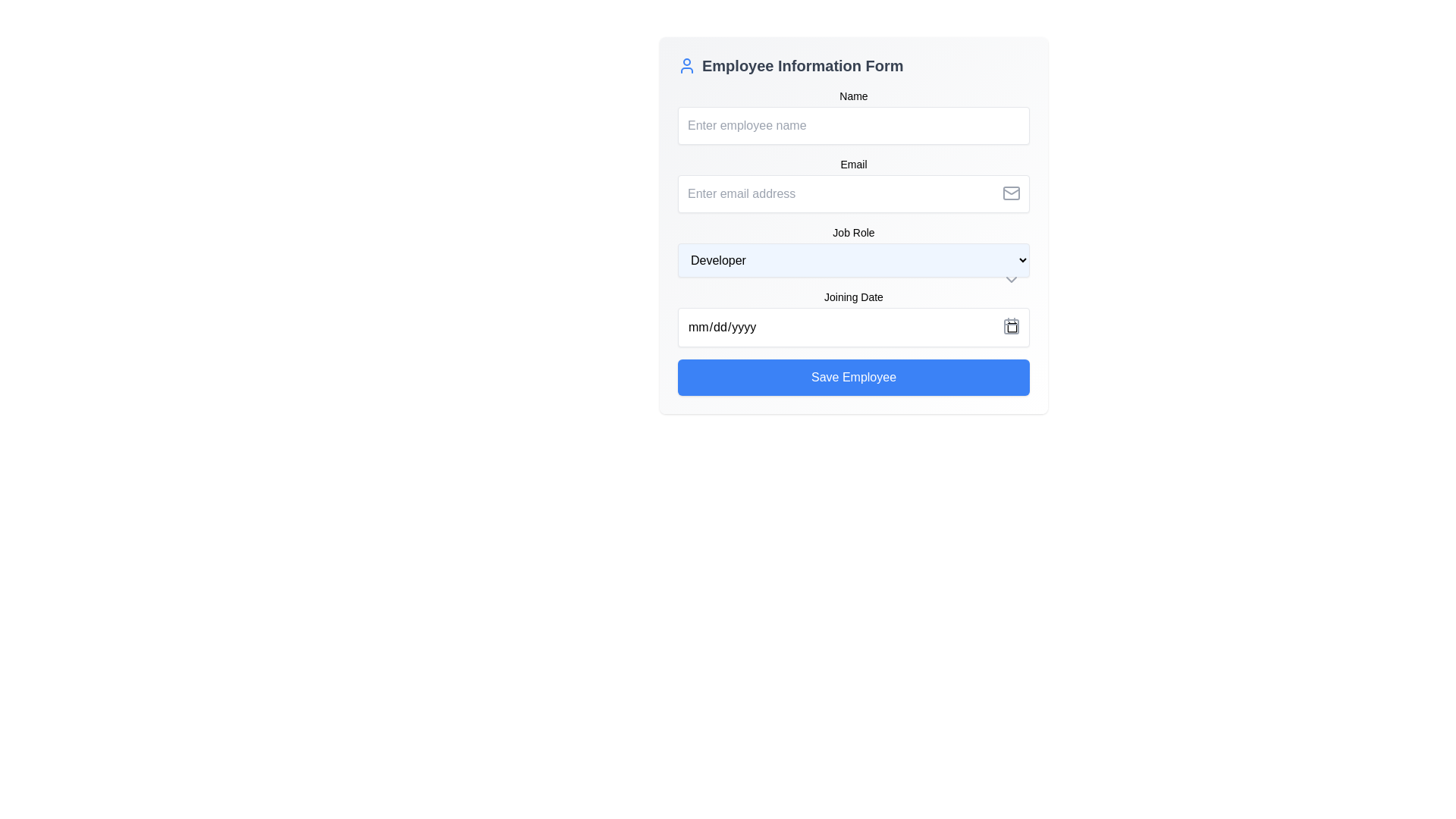 The width and height of the screenshot is (1456, 819). What do you see at coordinates (1012, 280) in the screenshot?
I see `the chevron dropdown indicator icon located at the right edge of the 'Job Role' selector field in the 'Employee Information Form'` at bounding box center [1012, 280].